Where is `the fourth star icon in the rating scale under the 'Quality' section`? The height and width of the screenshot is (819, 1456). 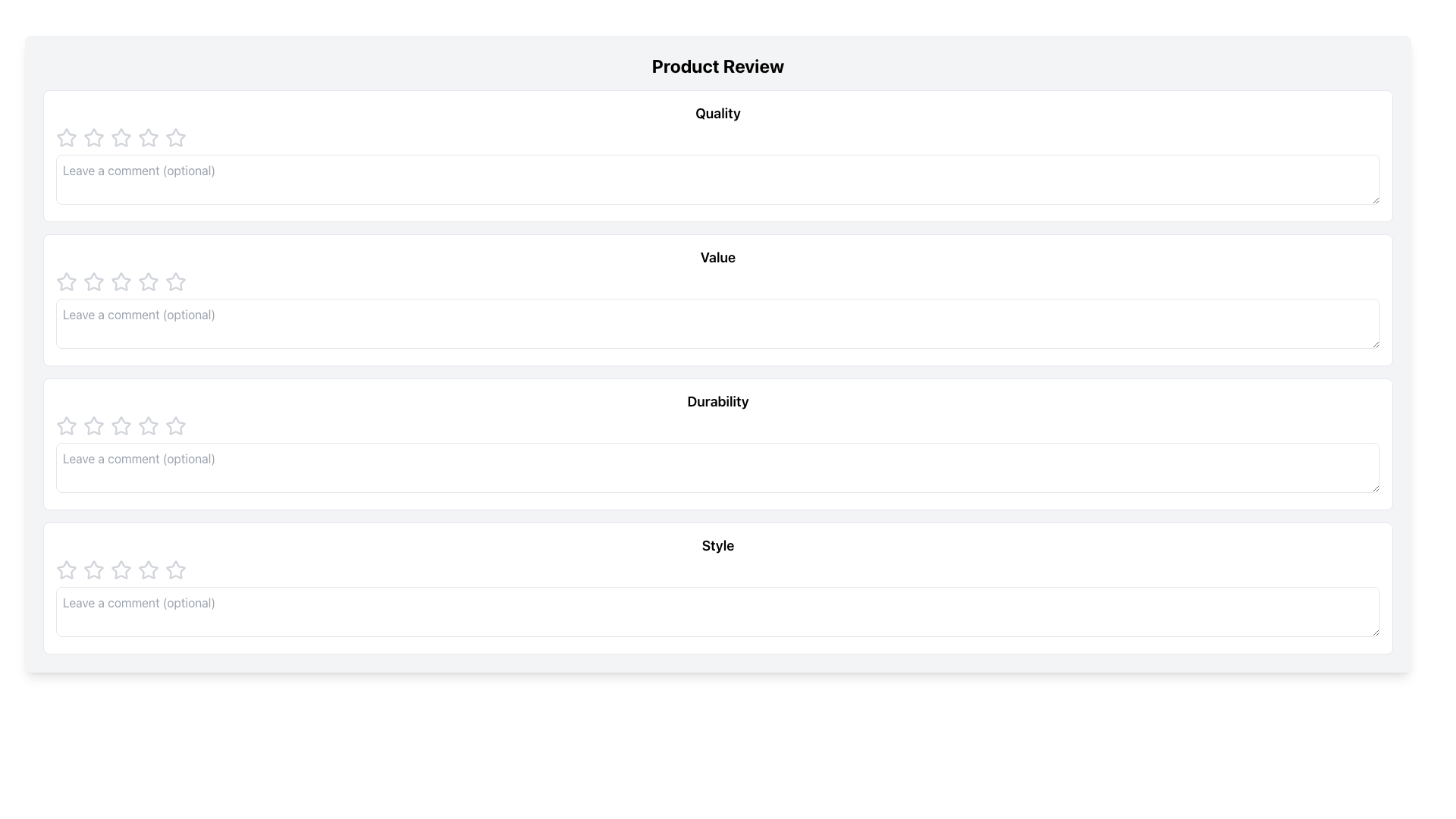 the fourth star icon in the rating scale under the 'Quality' section is located at coordinates (120, 137).